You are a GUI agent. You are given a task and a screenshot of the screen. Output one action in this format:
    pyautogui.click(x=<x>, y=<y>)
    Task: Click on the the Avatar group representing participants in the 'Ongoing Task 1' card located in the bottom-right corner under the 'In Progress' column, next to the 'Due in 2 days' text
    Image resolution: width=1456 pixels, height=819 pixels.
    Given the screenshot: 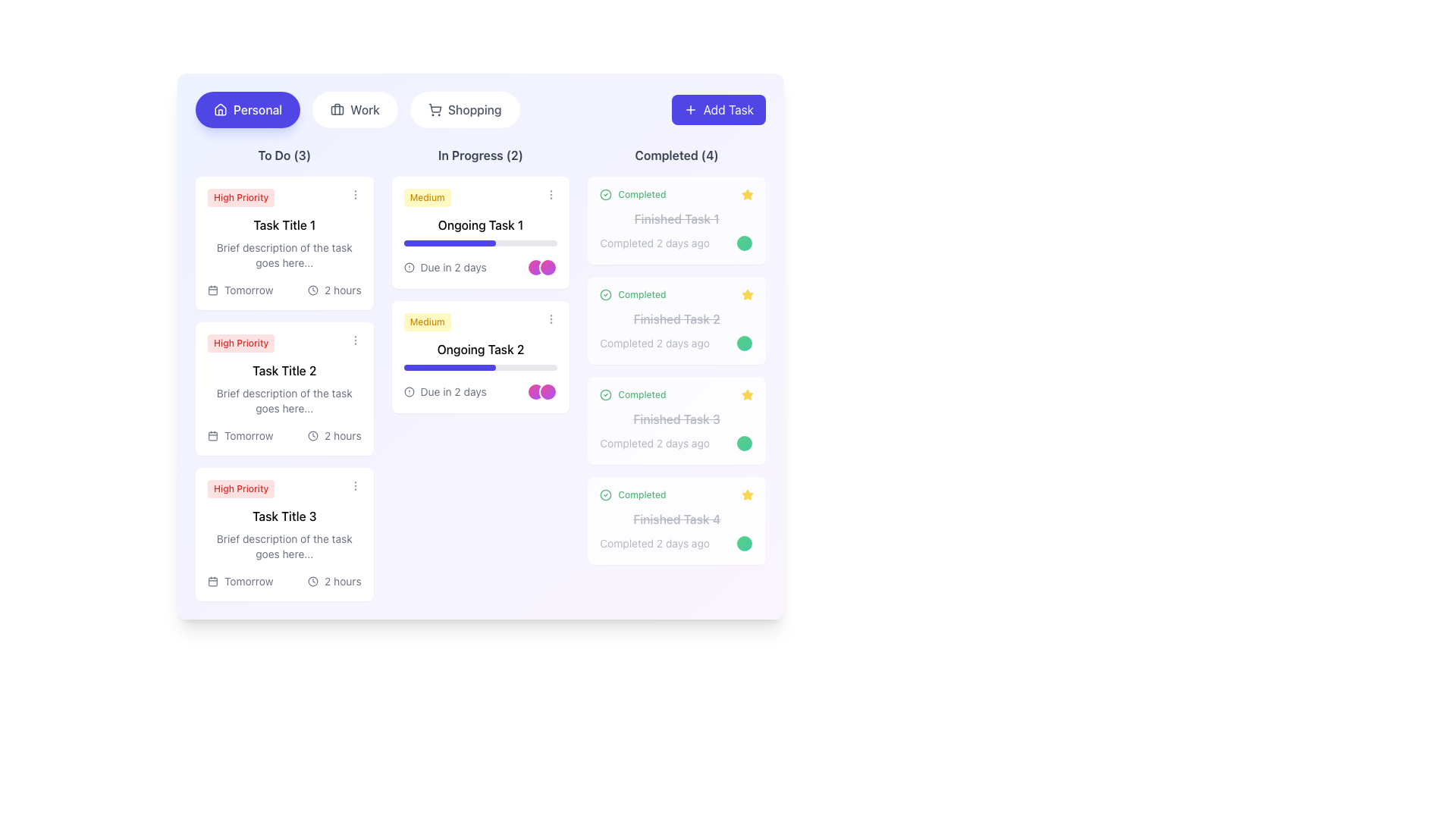 What is the action you would take?
    pyautogui.click(x=542, y=267)
    